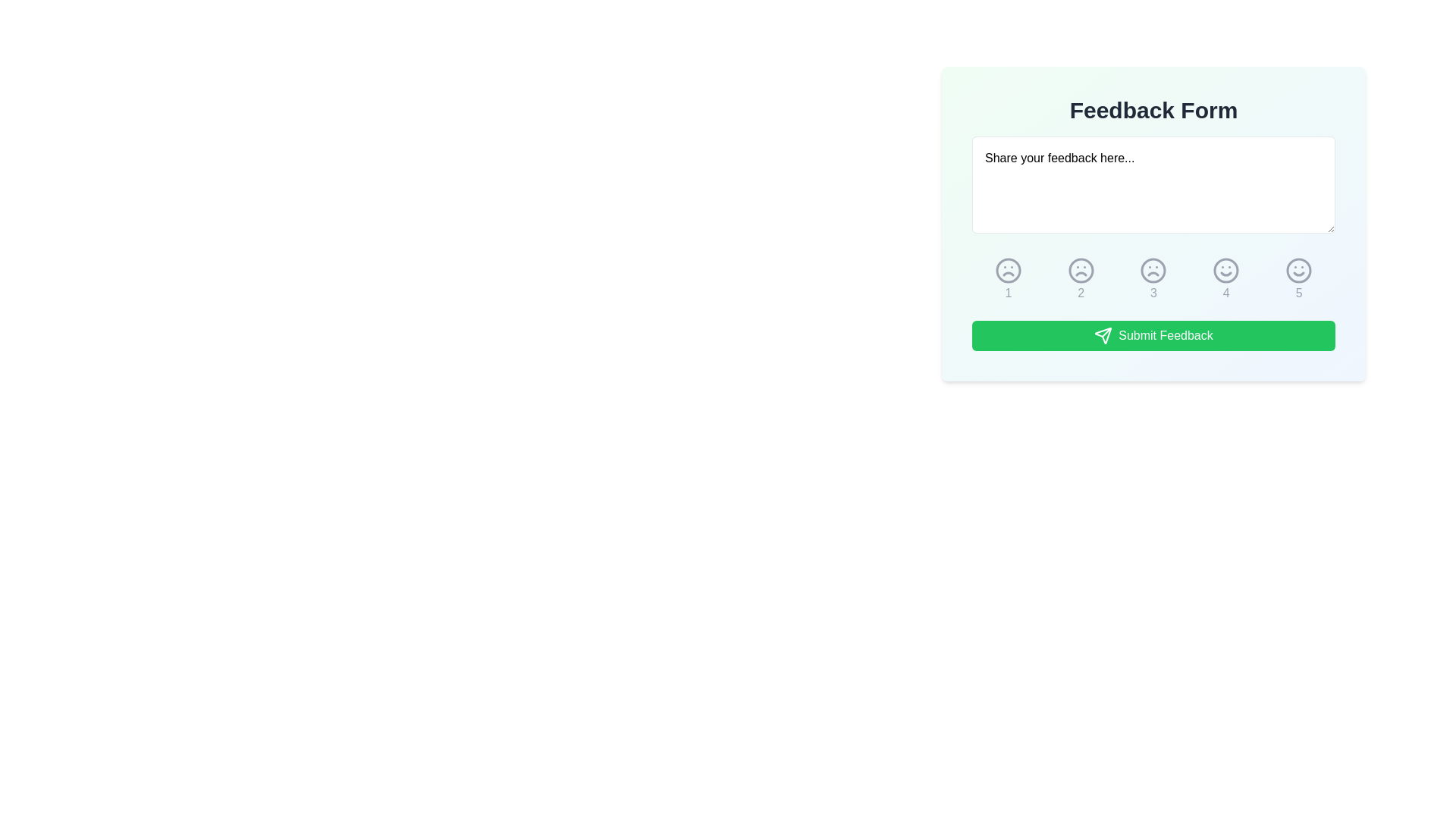  What do you see at coordinates (1298, 270) in the screenshot?
I see `the smiley face icon, which is the fifth icon in a horizontal sequence of five emotion-rating icons displayed at the bottom of a feedback form` at bounding box center [1298, 270].